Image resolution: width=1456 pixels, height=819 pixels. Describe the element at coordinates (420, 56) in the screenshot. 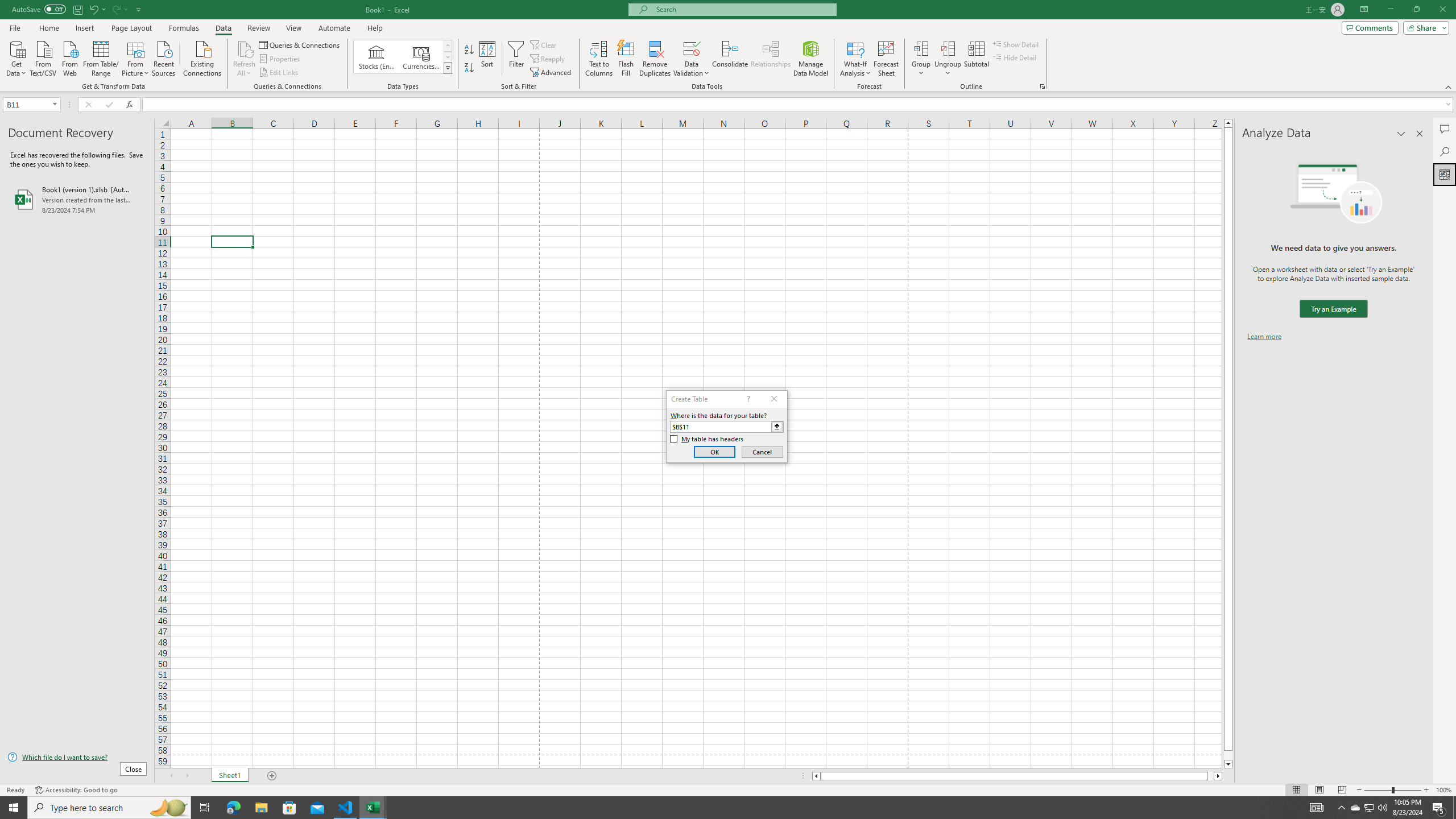

I see `'Currencies (English)'` at that location.